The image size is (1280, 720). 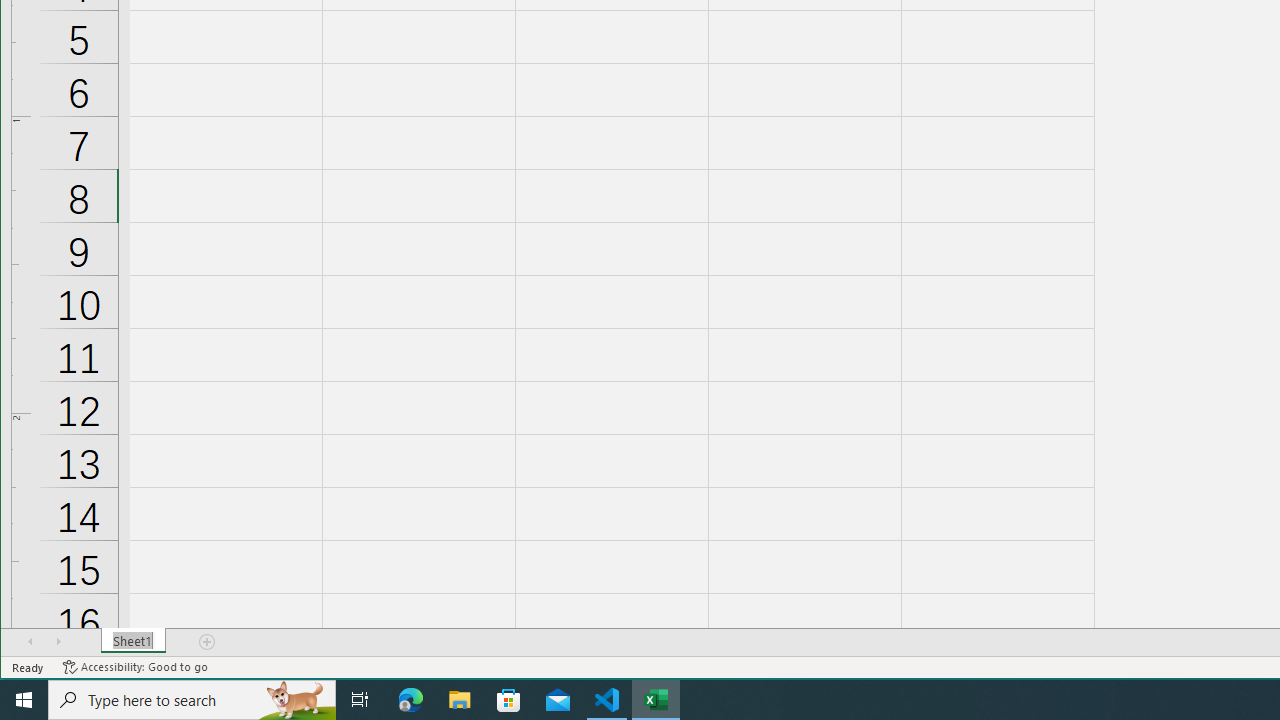 What do you see at coordinates (656, 698) in the screenshot?
I see `'Excel - 1 running window'` at bounding box center [656, 698].